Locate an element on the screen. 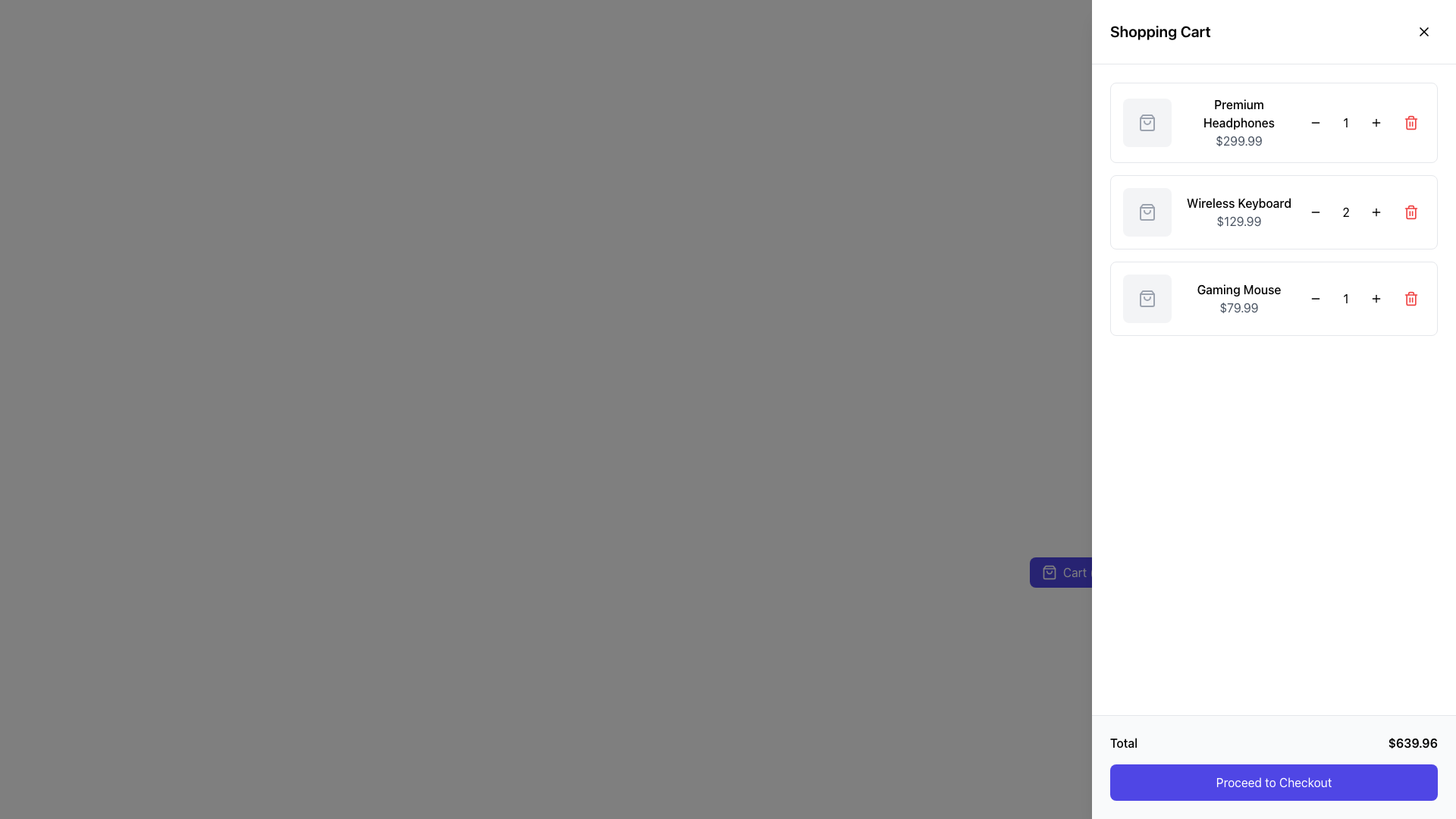 This screenshot has width=1456, height=819. product details displayed in the text block, which includes the product name 'Premium Headphones' and the price '$299.99' is located at coordinates (1238, 122).